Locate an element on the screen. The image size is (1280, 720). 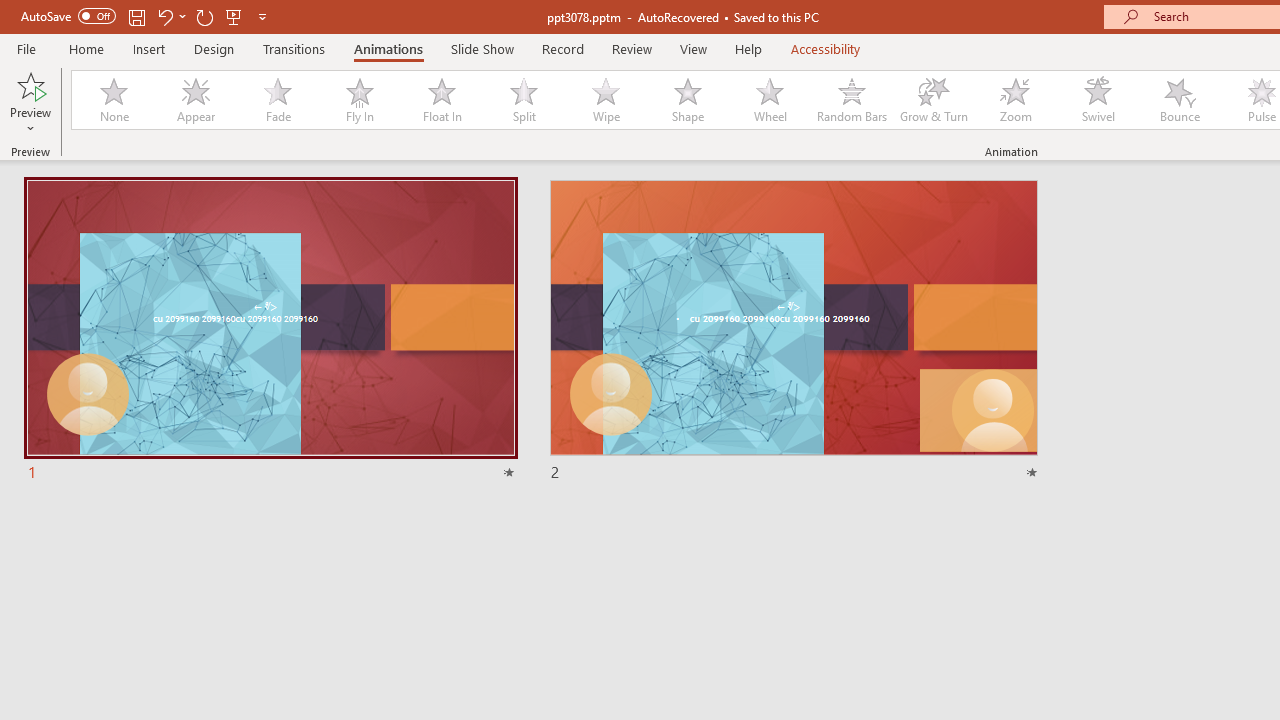
'Split' is located at coordinates (523, 100).